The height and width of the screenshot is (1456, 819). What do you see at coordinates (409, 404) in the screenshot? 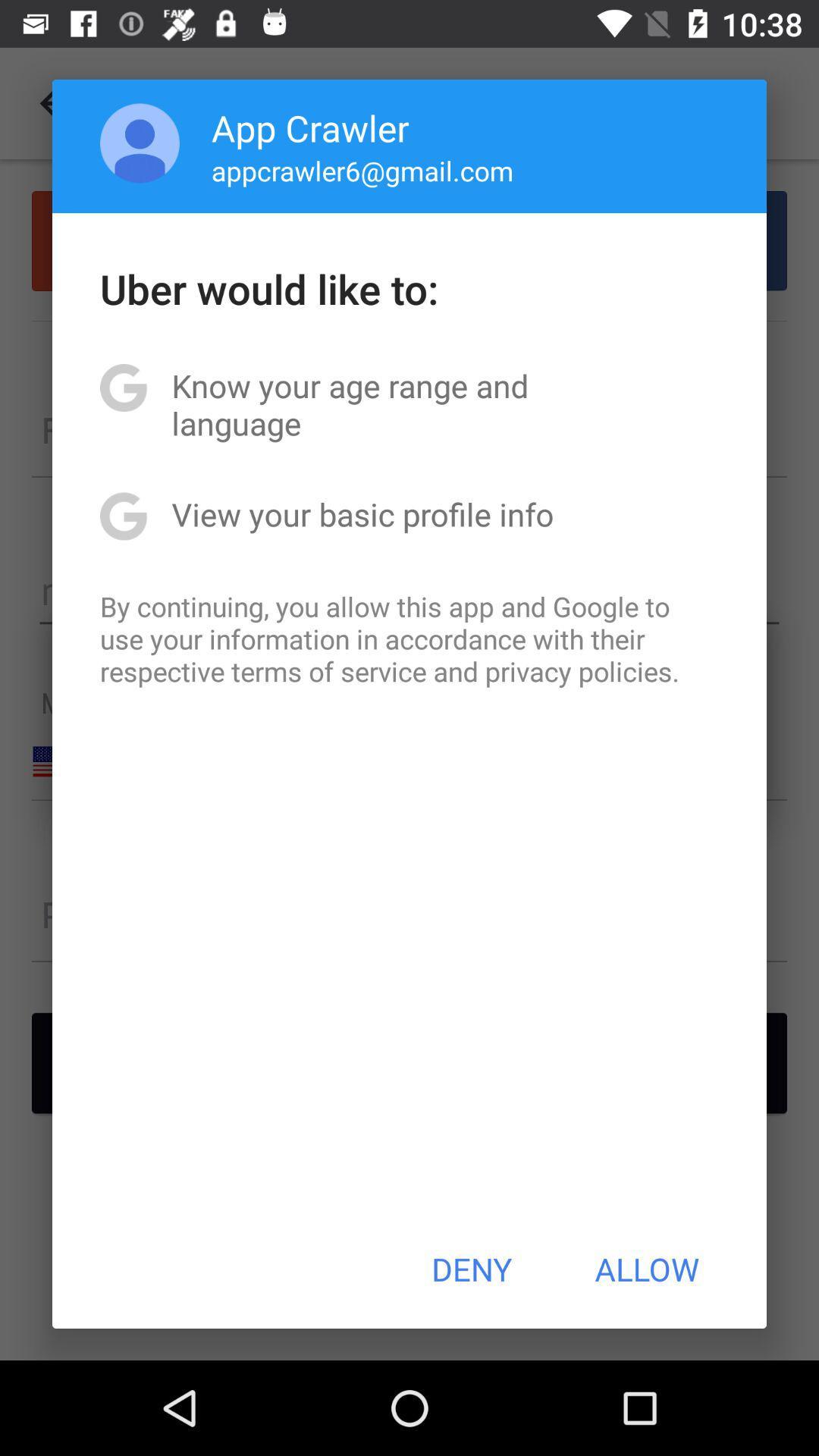
I see `the item below the uber would like item` at bounding box center [409, 404].